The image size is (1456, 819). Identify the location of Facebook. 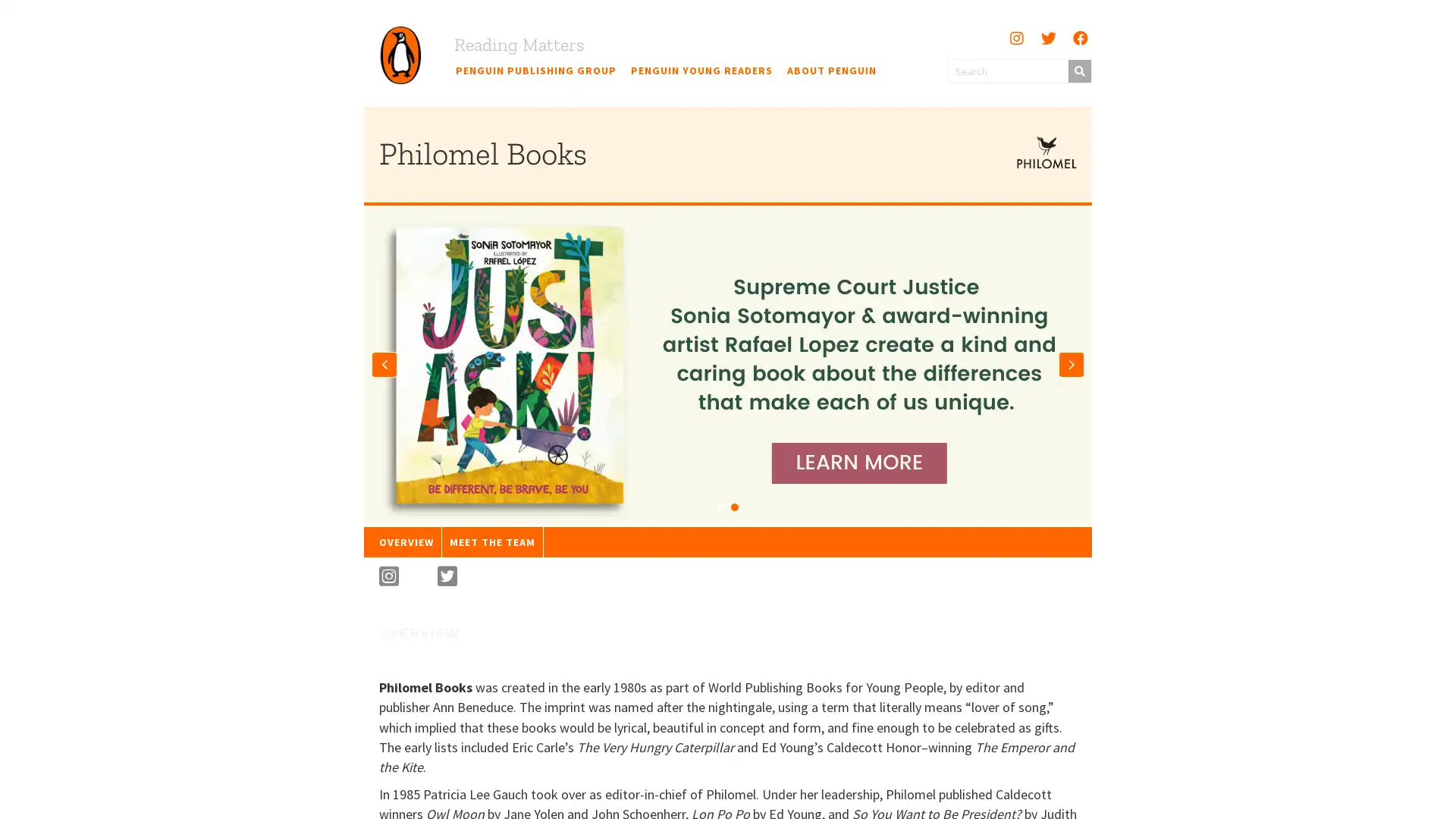
(1079, 37).